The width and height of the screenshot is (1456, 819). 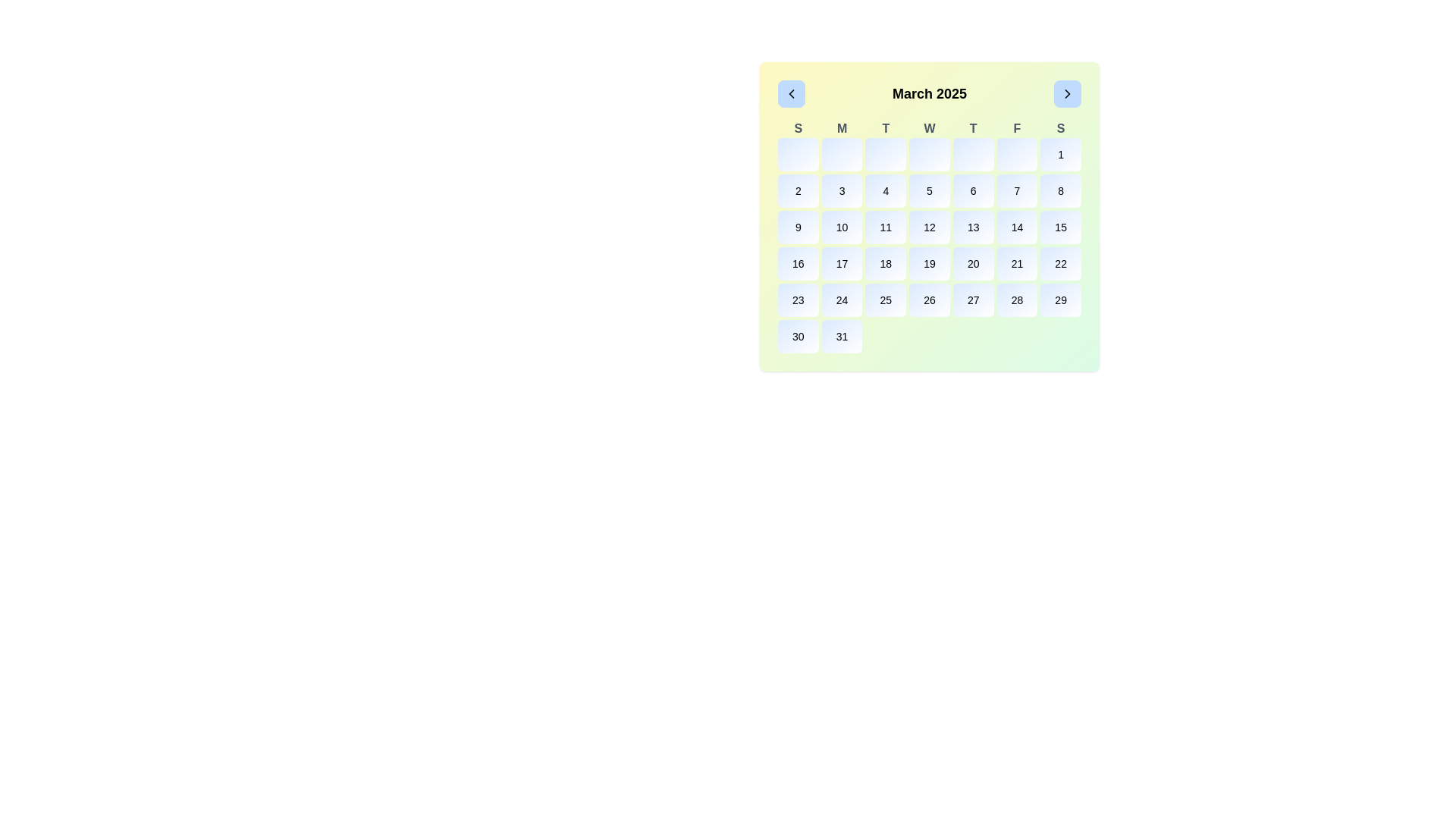 What do you see at coordinates (928, 227) in the screenshot?
I see `the button representing the date of March 12th in the calendar for March 2025` at bounding box center [928, 227].